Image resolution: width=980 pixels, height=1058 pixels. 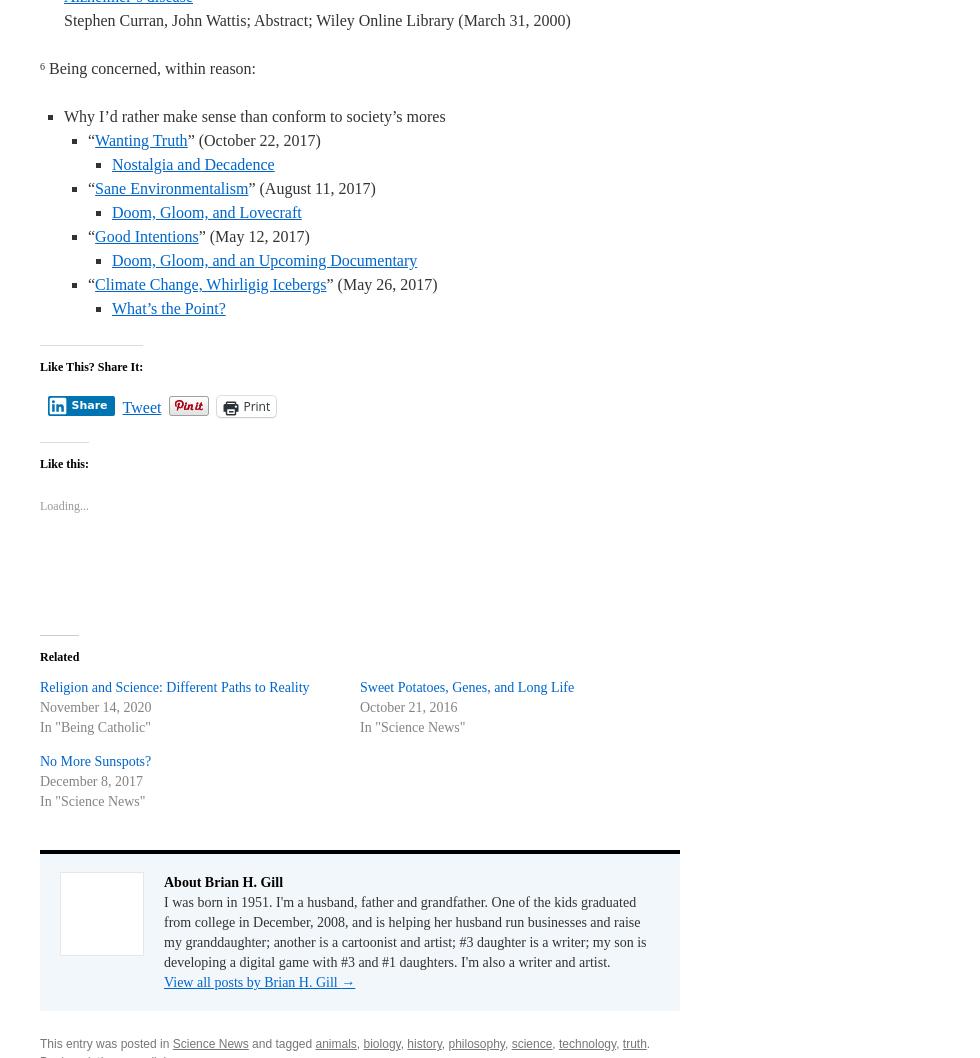 What do you see at coordinates (91, 367) in the screenshot?
I see `'Like This? Share It:'` at bounding box center [91, 367].